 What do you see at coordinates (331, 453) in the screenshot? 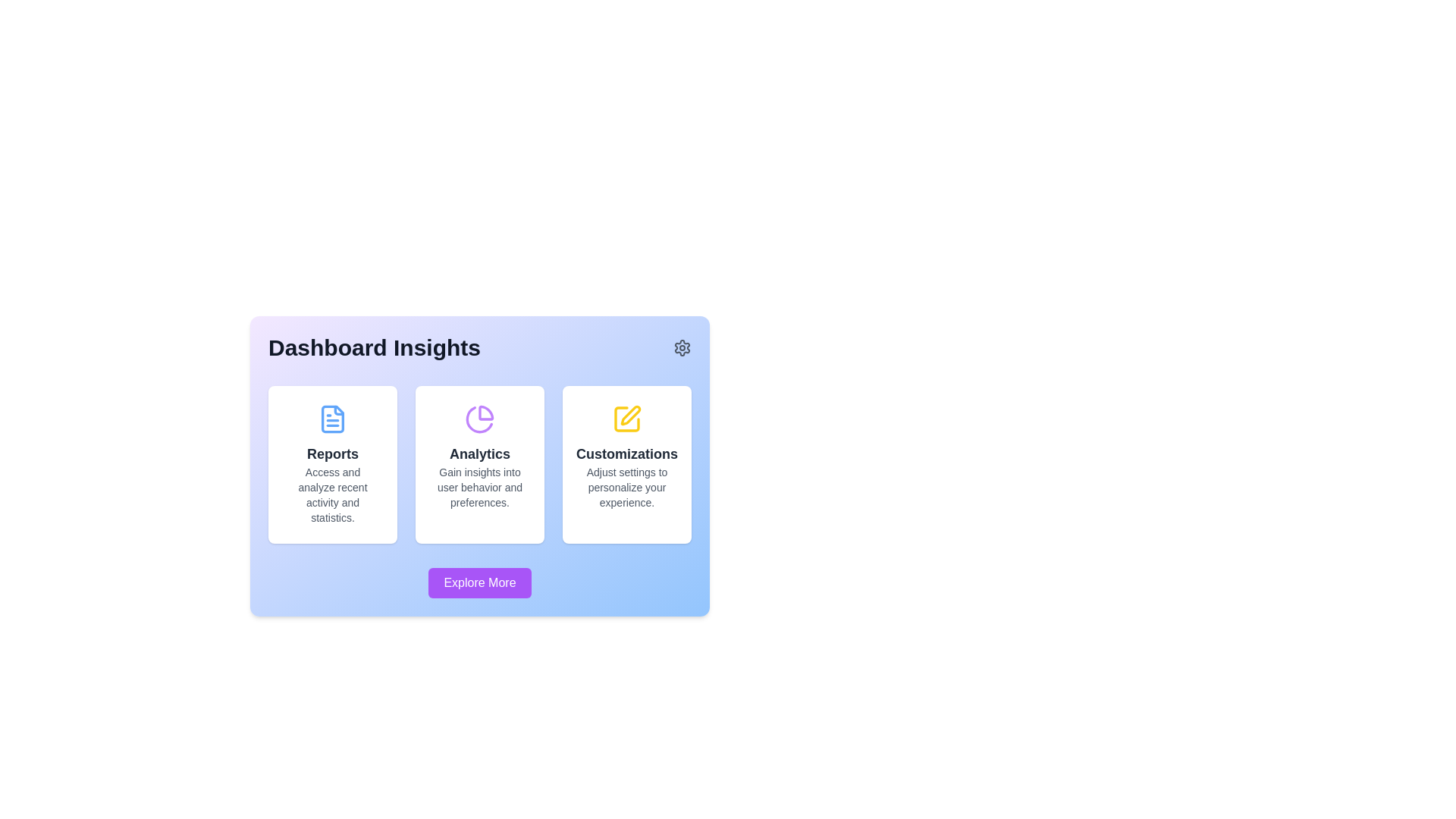
I see `the 'Reports' title text label that is located above the text 'Access and analyze recent activity and statistics.' and below a blue document icon in the first card of the 'Dashboard Insights'` at bounding box center [331, 453].